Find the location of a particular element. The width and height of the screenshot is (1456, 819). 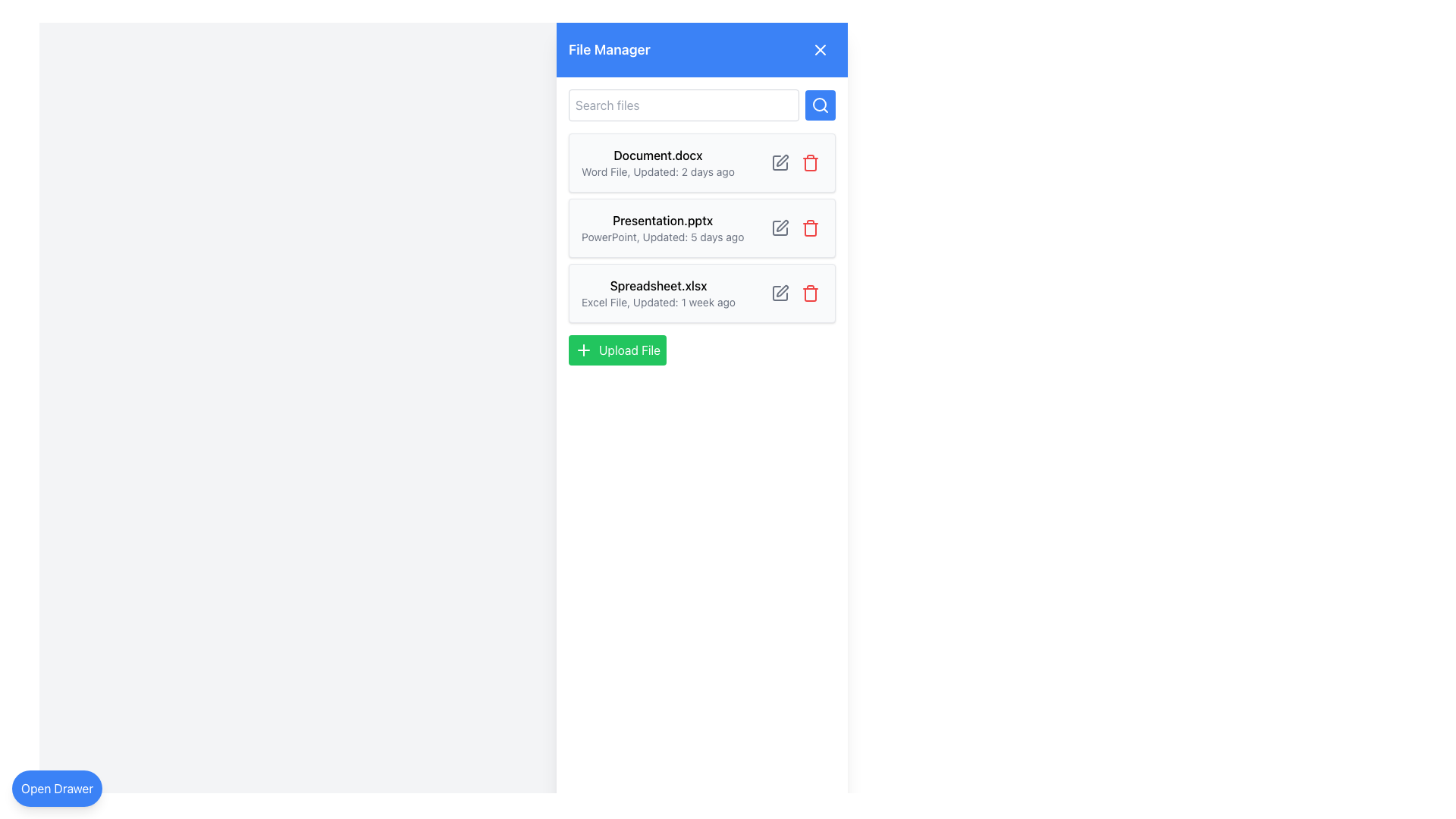

the edit icon located to the right of the 'Presentation.pptx' label in the file manager interface to initiate the editing action for the file is located at coordinates (780, 227).